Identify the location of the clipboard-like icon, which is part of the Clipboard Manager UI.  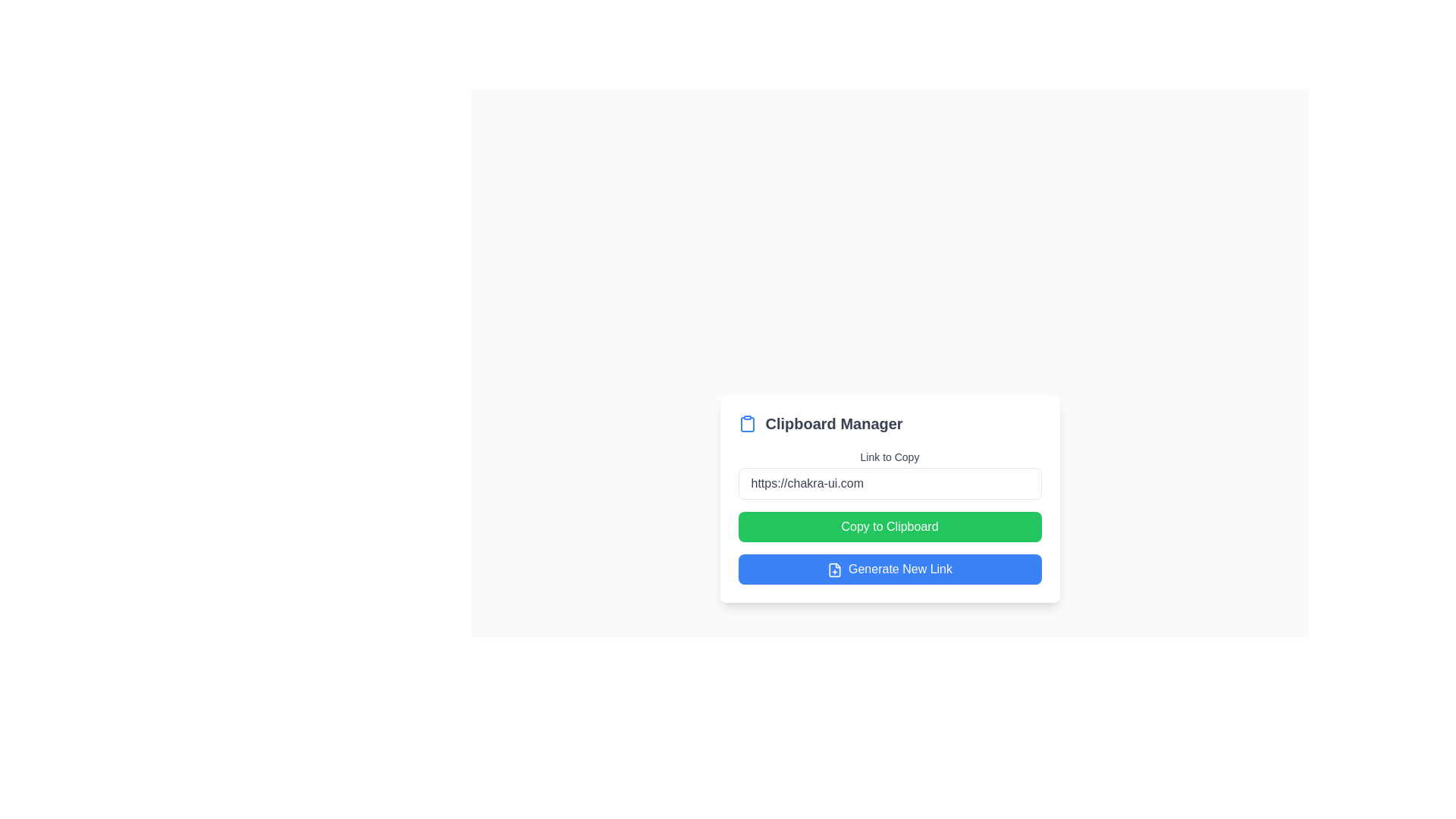
(747, 424).